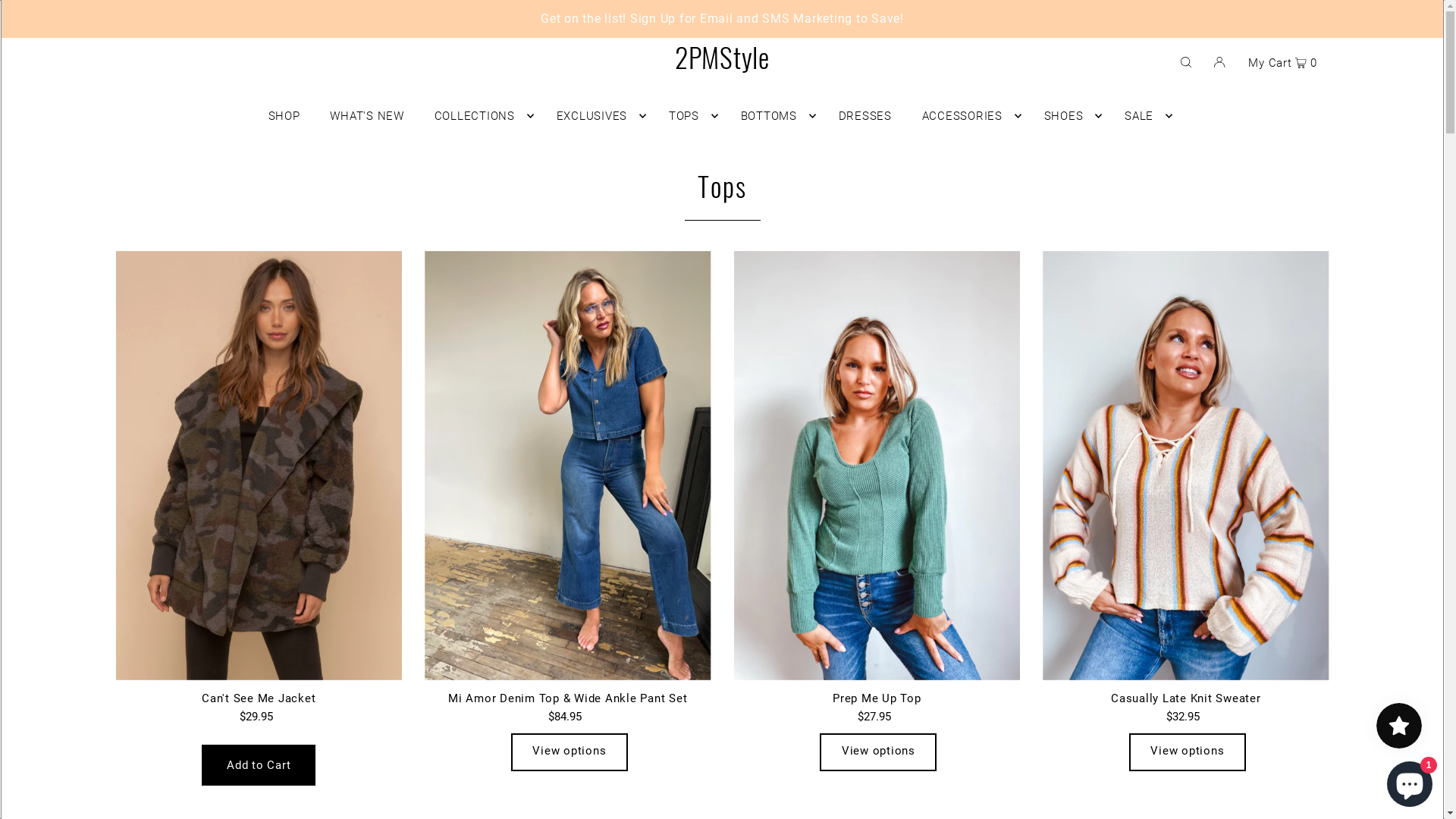  What do you see at coordinates (258, 698) in the screenshot?
I see `'Can't See Me Jacket'` at bounding box center [258, 698].